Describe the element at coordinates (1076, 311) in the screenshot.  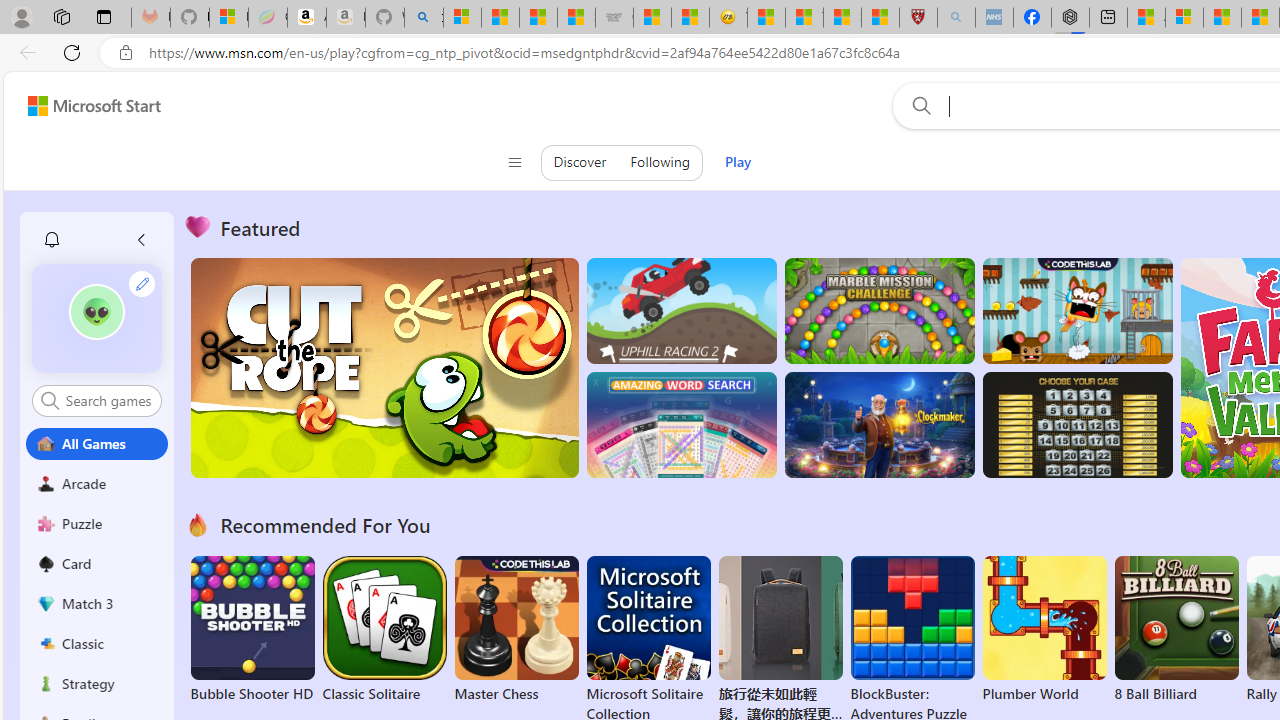
I see `'Squicky'` at that location.